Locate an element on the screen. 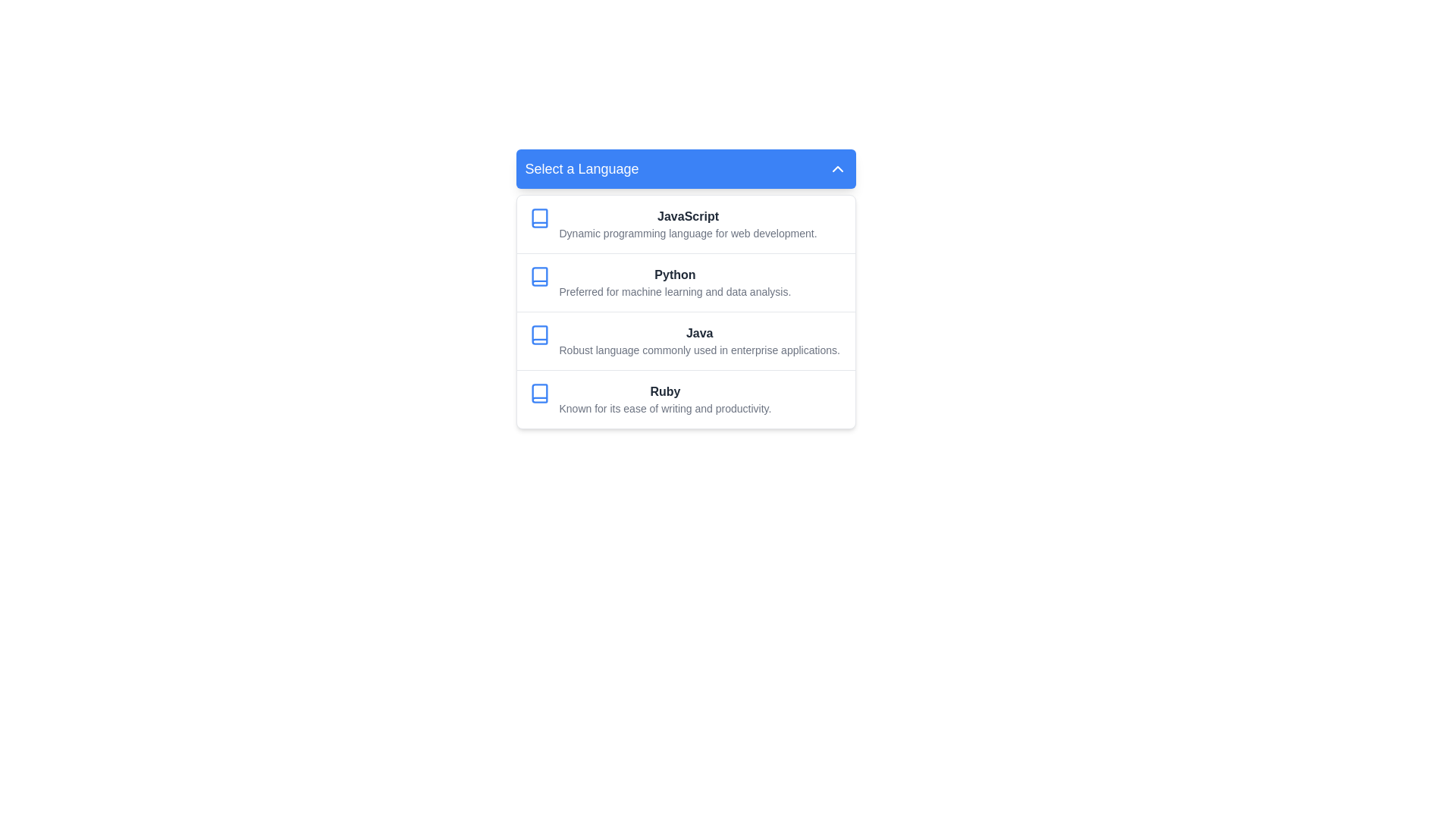 This screenshot has height=819, width=1456. the first list item in the dropdown menu labeled 'Select a Language' that displays 'JavaScript' in bold and 'Dynamic programming language for web development' in a smaller font is located at coordinates (687, 224).